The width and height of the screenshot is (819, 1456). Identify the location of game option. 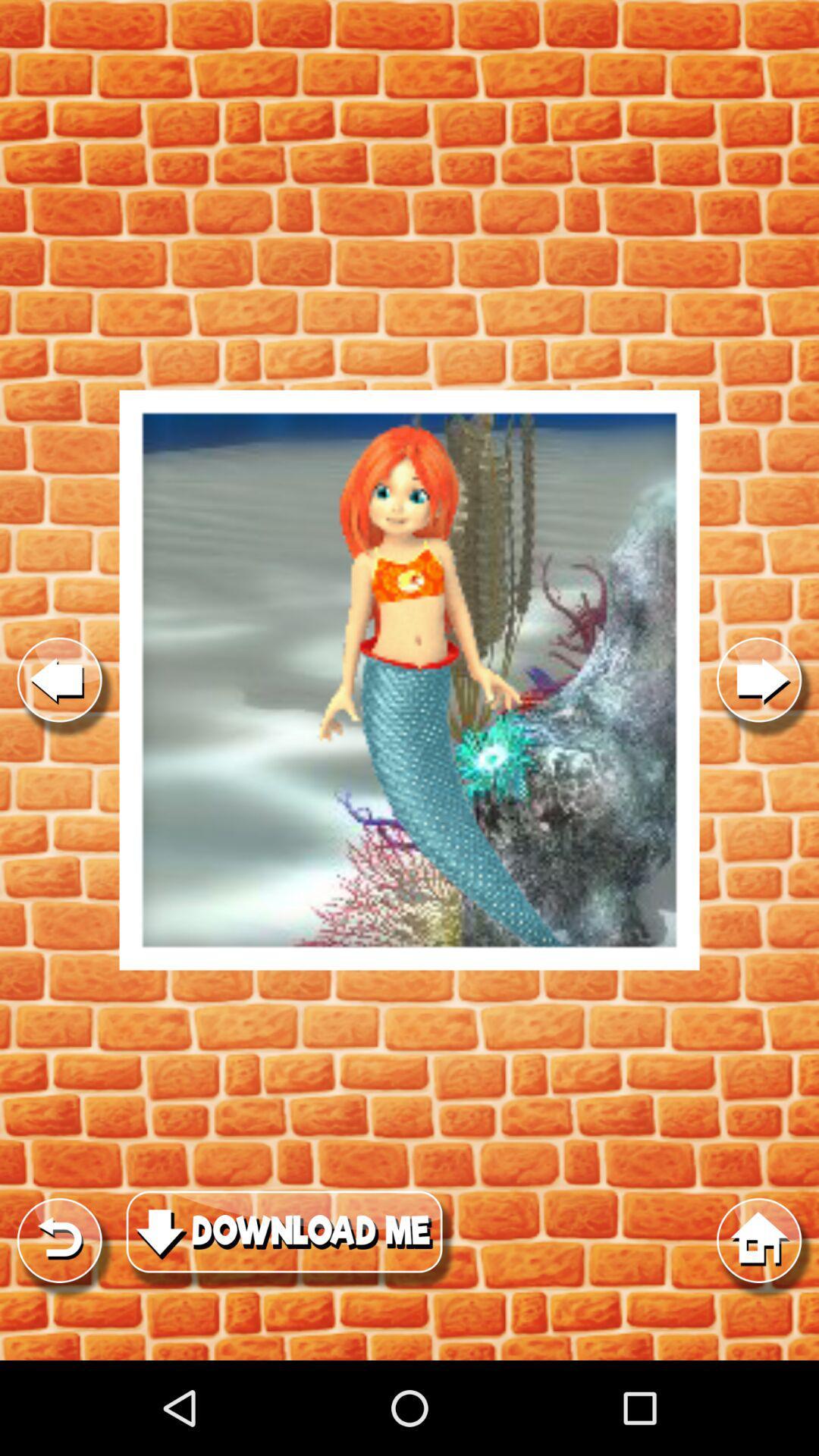
(409, 679).